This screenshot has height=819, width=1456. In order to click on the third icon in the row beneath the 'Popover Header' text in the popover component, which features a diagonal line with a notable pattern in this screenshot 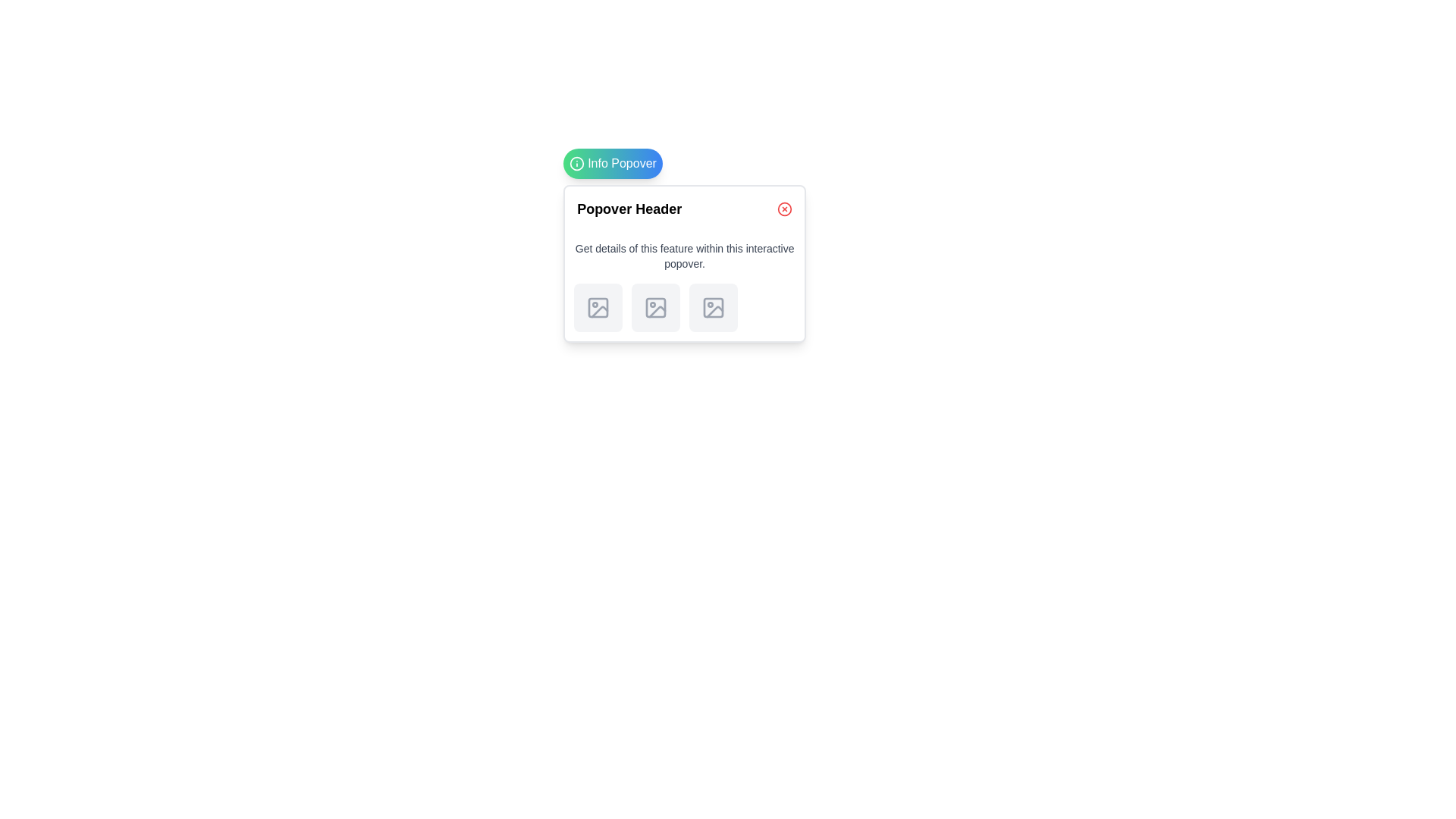, I will do `click(714, 311)`.